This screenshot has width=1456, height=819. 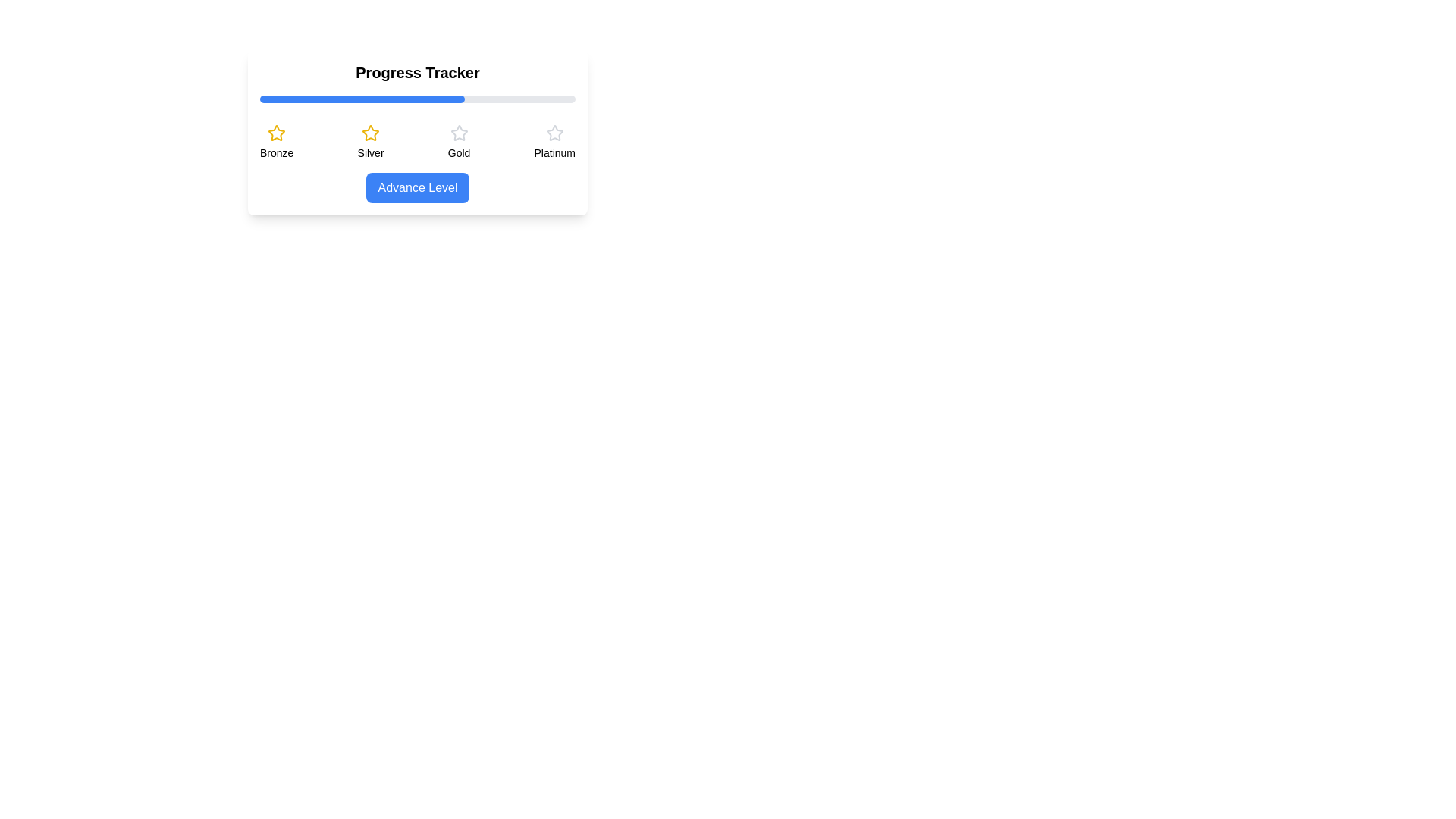 What do you see at coordinates (418, 187) in the screenshot?
I see `the 'Advance Level' button located at the bottom center of the 'Progress Tracker' card layout to trigger a visual change` at bounding box center [418, 187].